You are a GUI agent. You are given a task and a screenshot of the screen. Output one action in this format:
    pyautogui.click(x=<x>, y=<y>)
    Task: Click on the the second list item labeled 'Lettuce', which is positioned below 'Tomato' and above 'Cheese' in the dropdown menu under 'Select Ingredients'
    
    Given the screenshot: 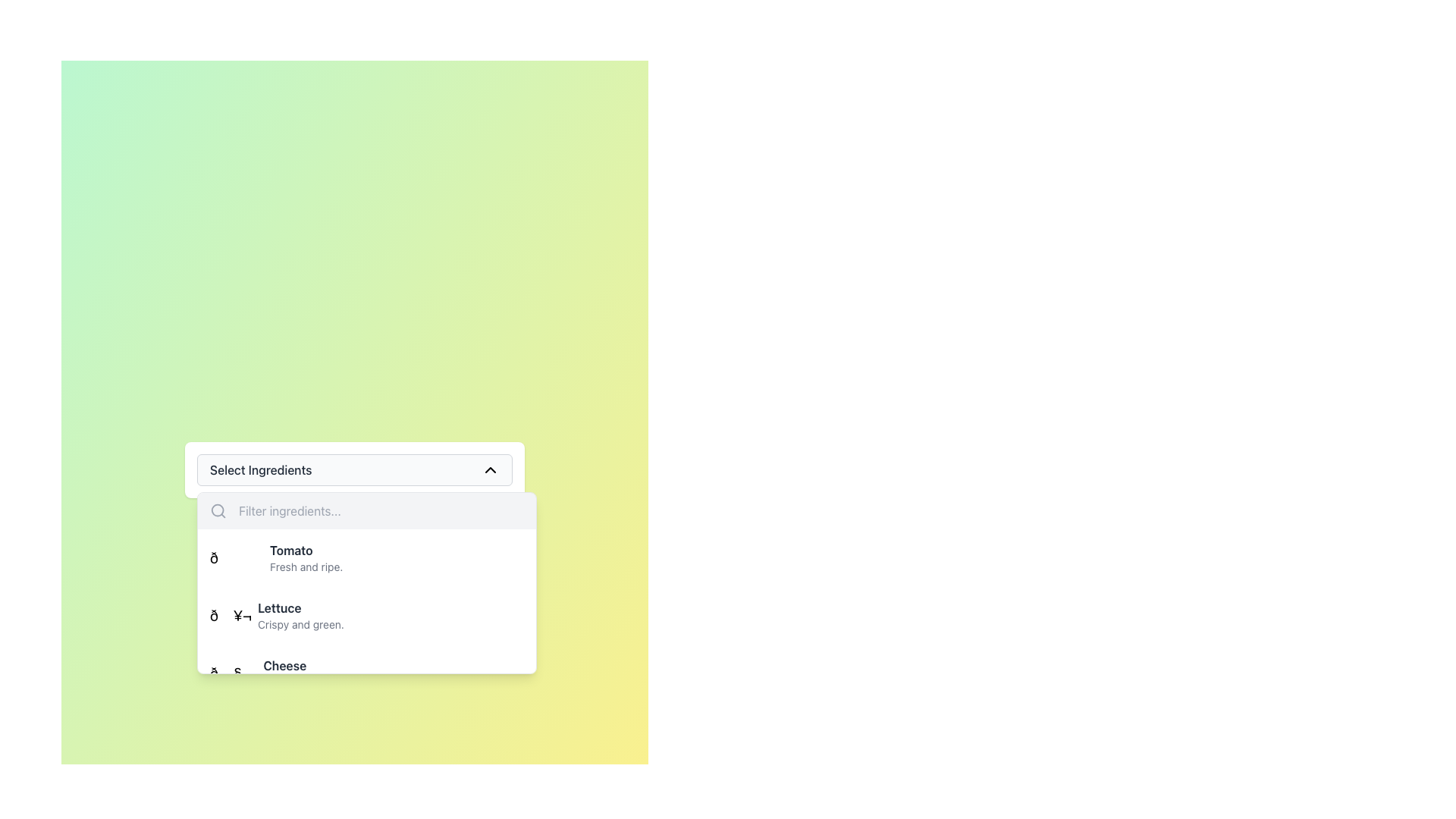 What is the action you would take?
    pyautogui.click(x=277, y=616)
    